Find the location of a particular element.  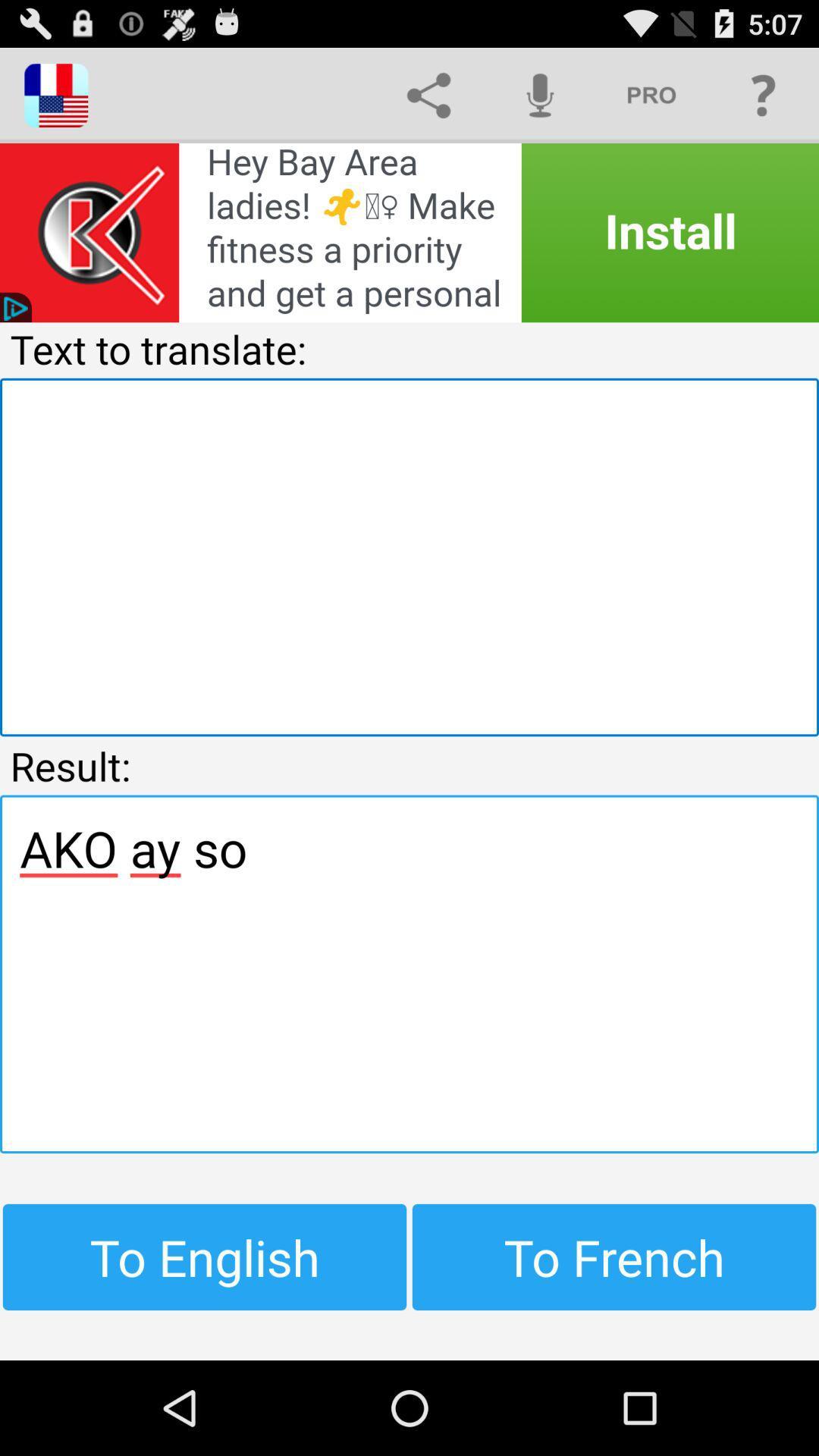

item below ako ay so app is located at coordinates (205, 1257).